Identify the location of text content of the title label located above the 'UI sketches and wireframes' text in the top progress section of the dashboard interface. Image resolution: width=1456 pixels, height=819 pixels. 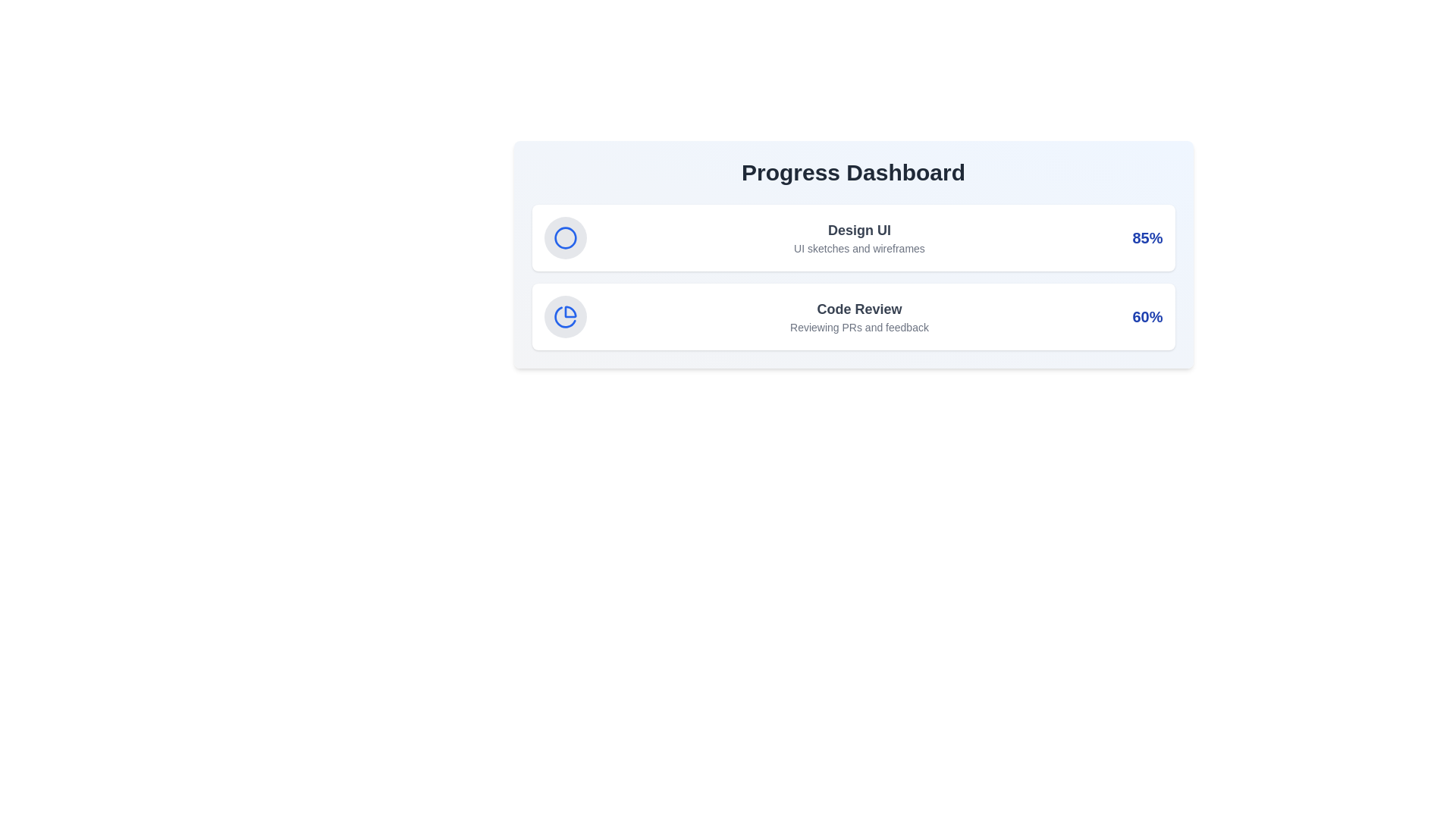
(859, 231).